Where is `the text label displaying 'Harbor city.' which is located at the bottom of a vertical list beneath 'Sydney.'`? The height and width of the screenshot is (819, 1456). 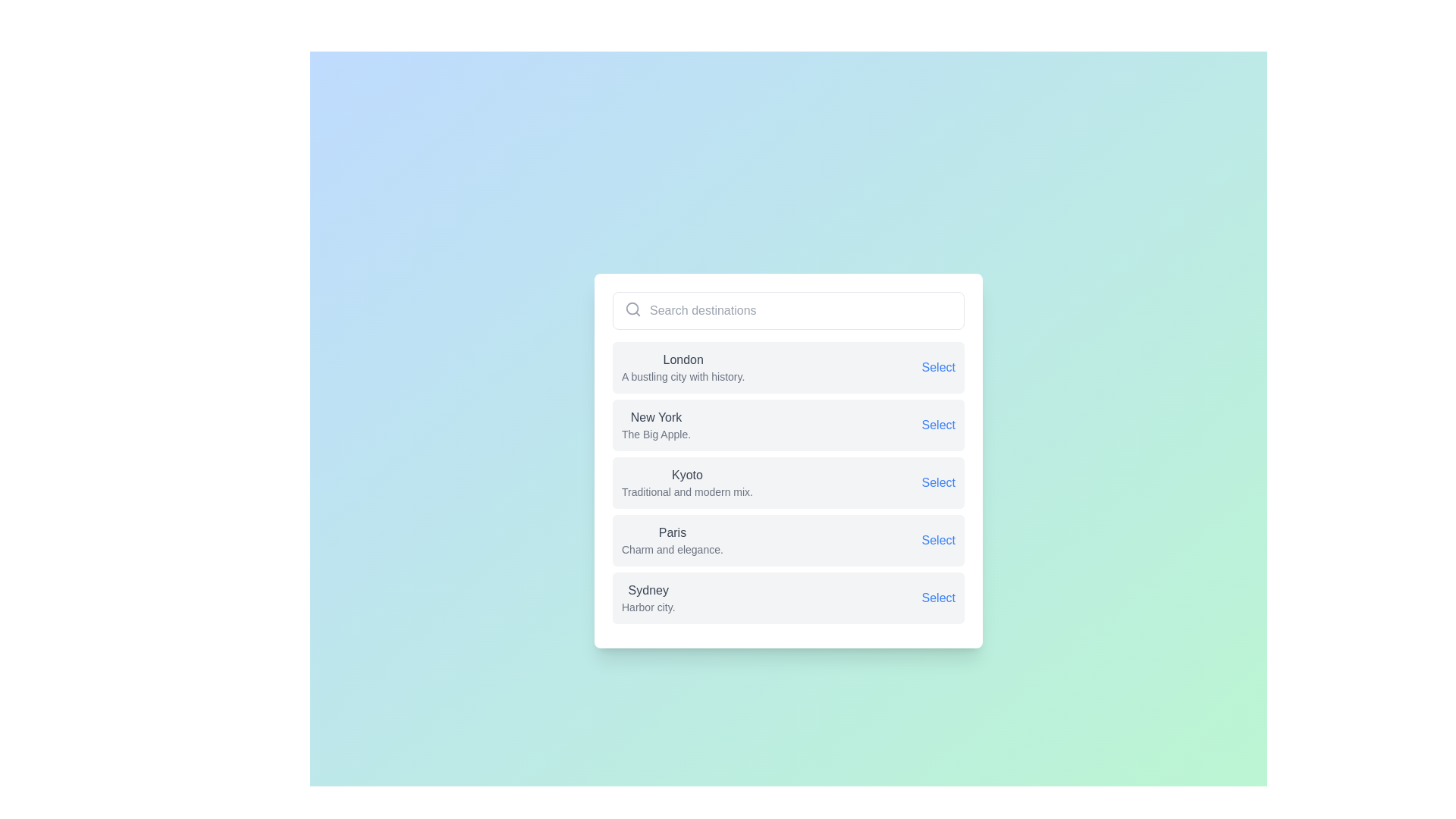 the text label displaying 'Harbor city.' which is located at the bottom of a vertical list beneath 'Sydney.' is located at coordinates (648, 607).